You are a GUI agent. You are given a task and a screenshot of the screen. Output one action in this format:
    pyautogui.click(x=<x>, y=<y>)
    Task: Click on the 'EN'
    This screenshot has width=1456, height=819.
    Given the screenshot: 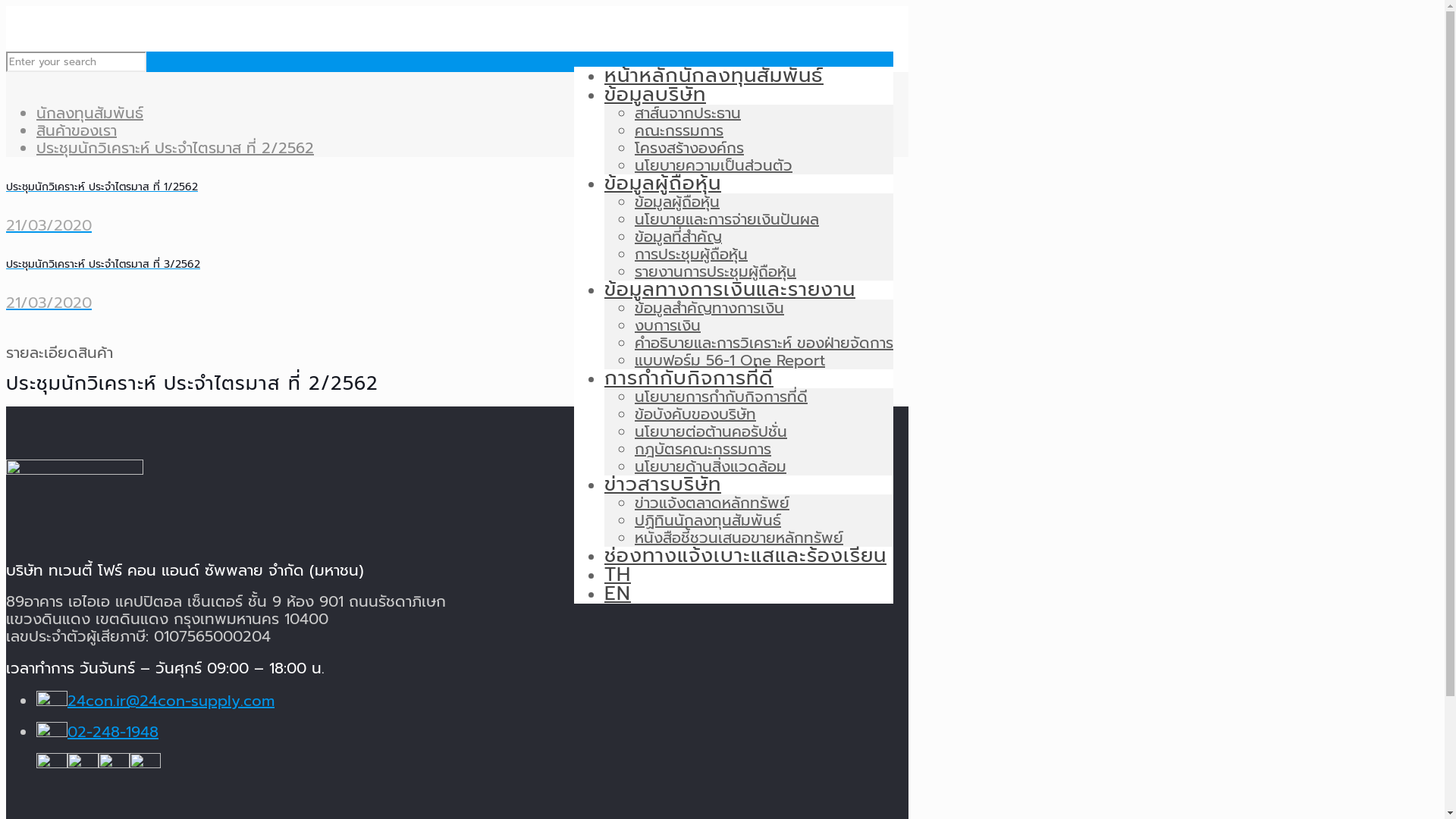 What is the action you would take?
    pyautogui.click(x=617, y=592)
    